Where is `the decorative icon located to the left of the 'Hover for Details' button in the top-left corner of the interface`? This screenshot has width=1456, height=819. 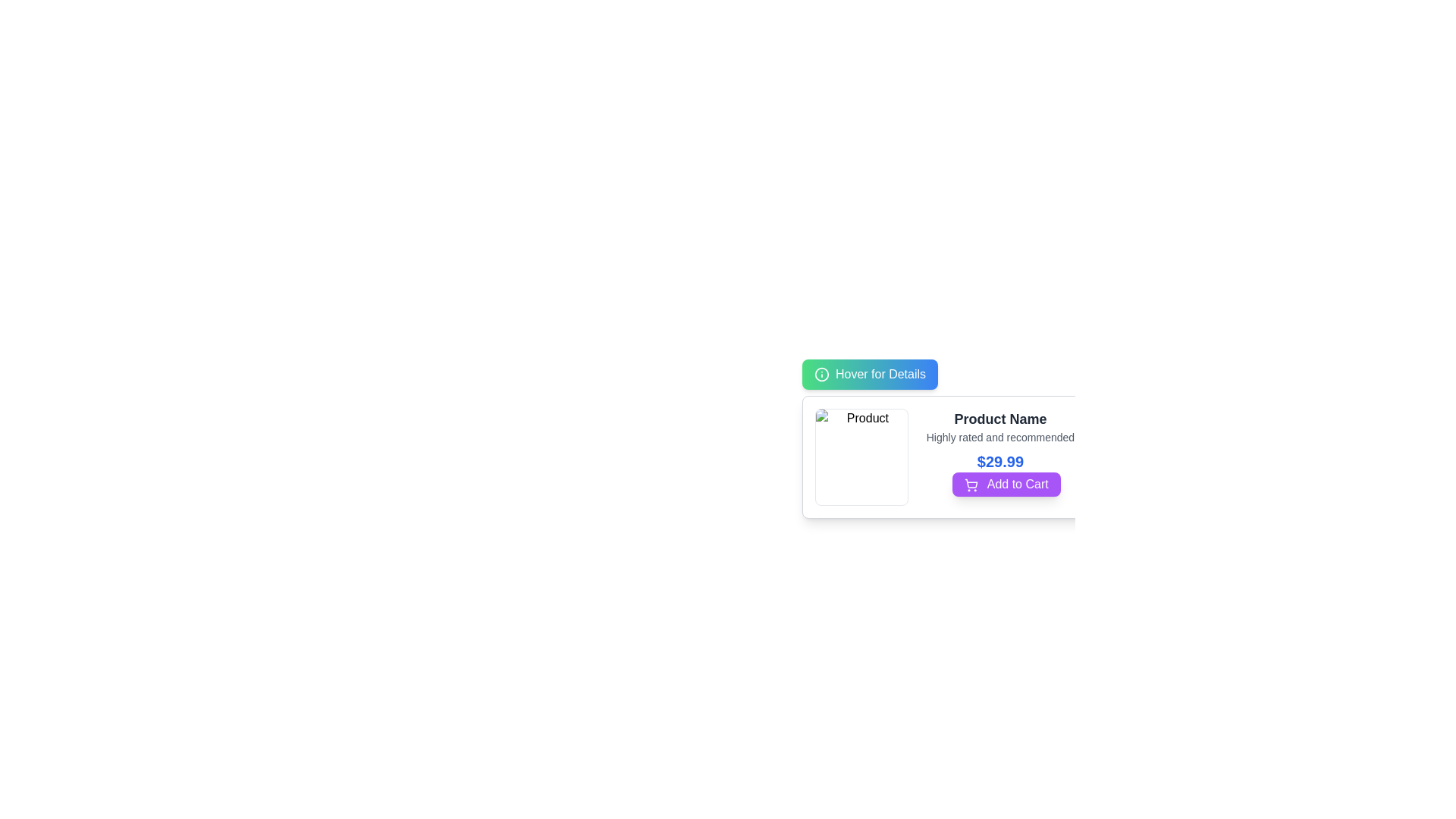
the decorative icon located to the left of the 'Hover for Details' button in the top-left corner of the interface is located at coordinates (821, 374).